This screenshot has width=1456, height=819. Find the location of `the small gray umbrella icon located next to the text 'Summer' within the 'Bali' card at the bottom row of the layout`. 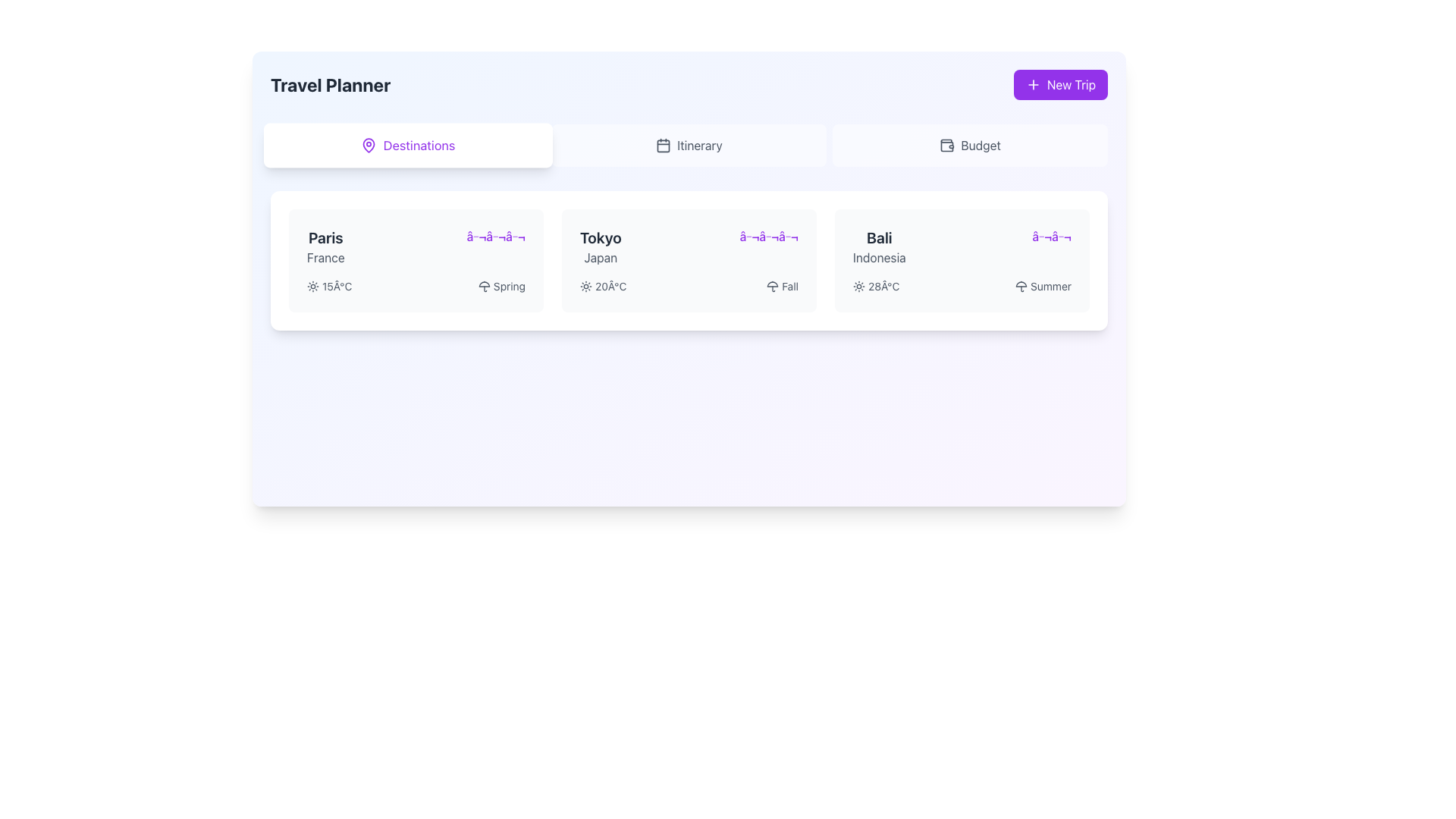

the small gray umbrella icon located next to the text 'Summer' within the 'Bali' card at the bottom row of the layout is located at coordinates (1021, 287).